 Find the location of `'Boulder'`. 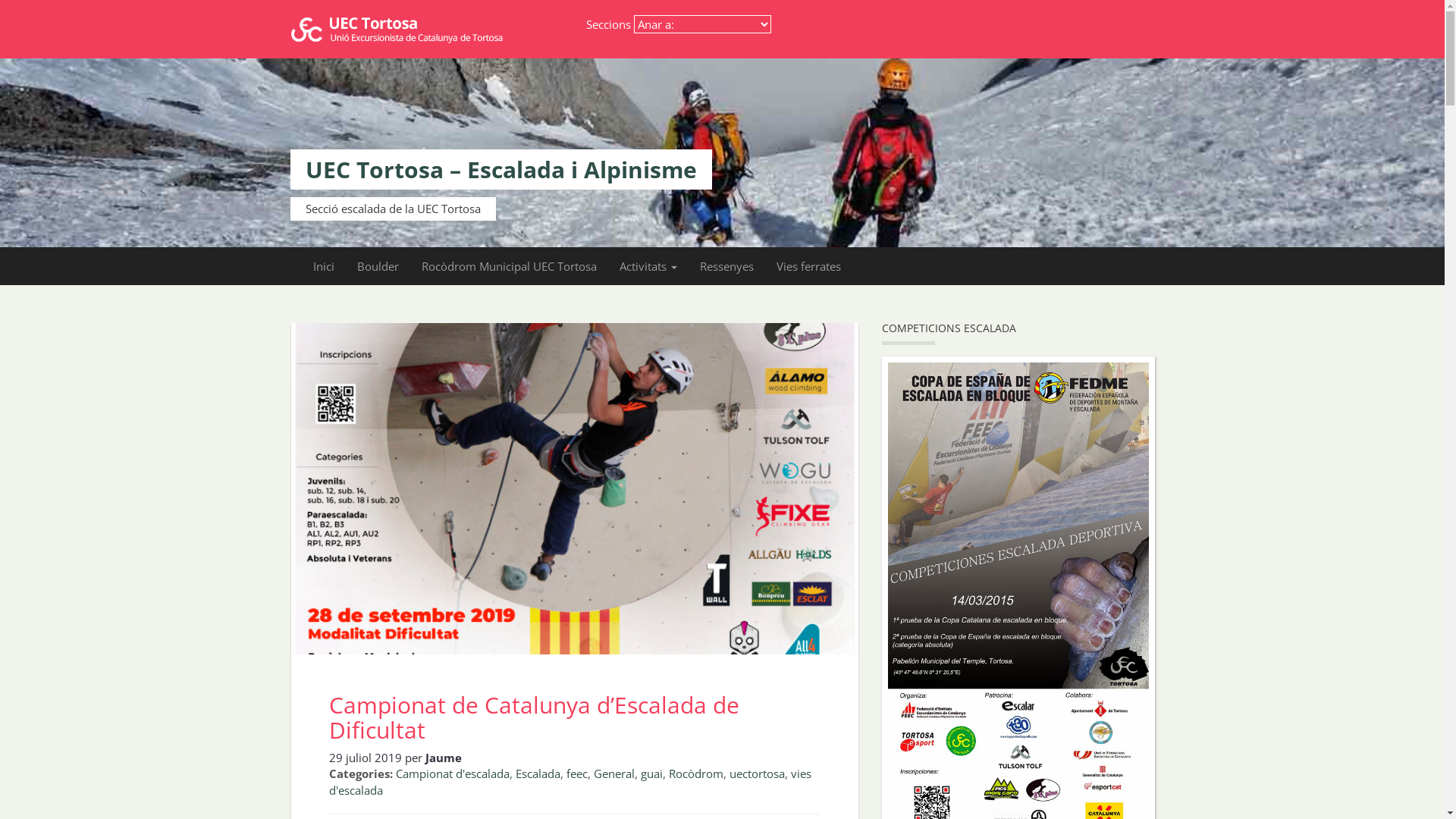

'Boulder' is located at coordinates (378, 265).